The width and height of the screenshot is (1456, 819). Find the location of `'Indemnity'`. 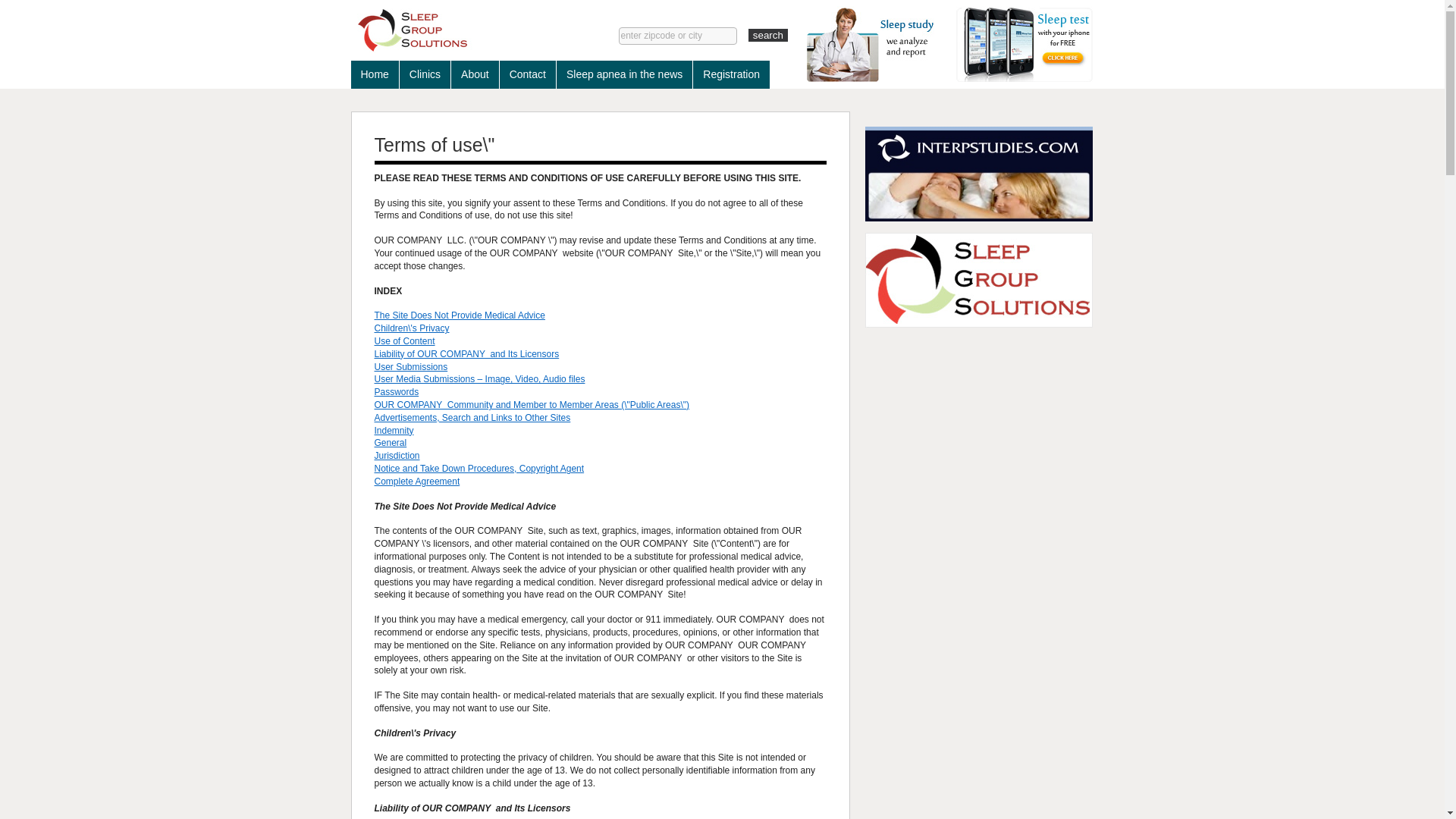

'Indemnity' is located at coordinates (394, 430).